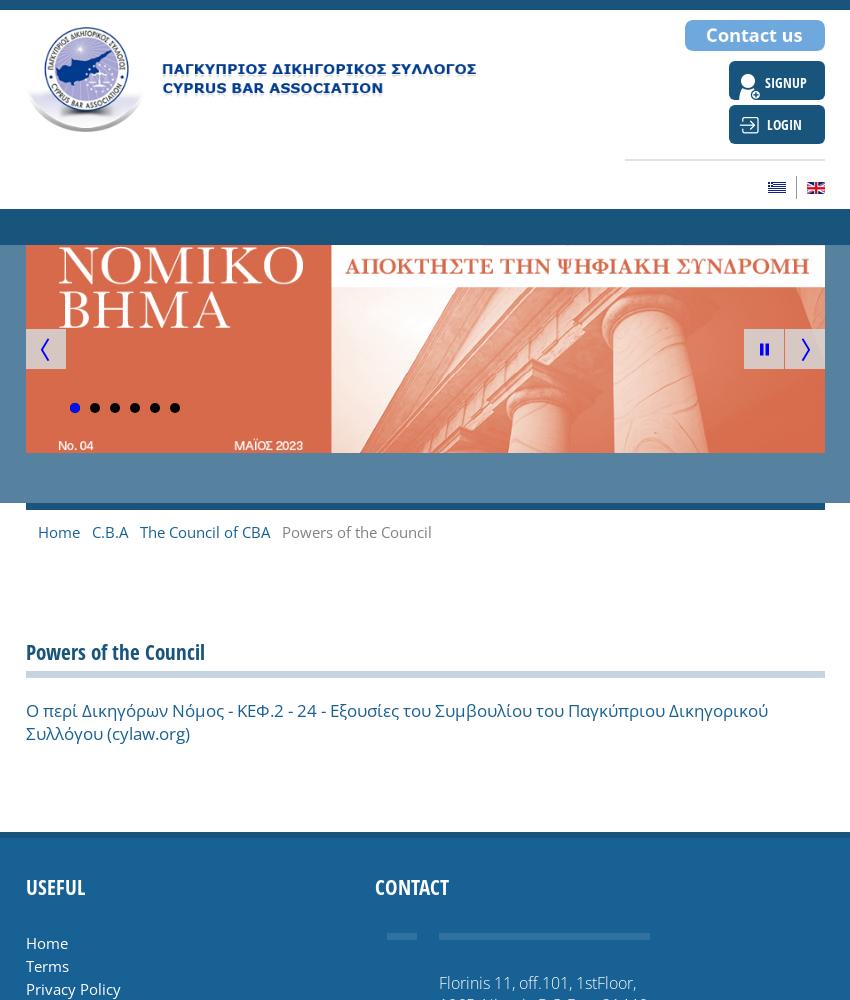 The height and width of the screenshot is (1000, 850). Describe the element at coordinates (411, 887) in the screenshot. I see `'Contact'` at that location.